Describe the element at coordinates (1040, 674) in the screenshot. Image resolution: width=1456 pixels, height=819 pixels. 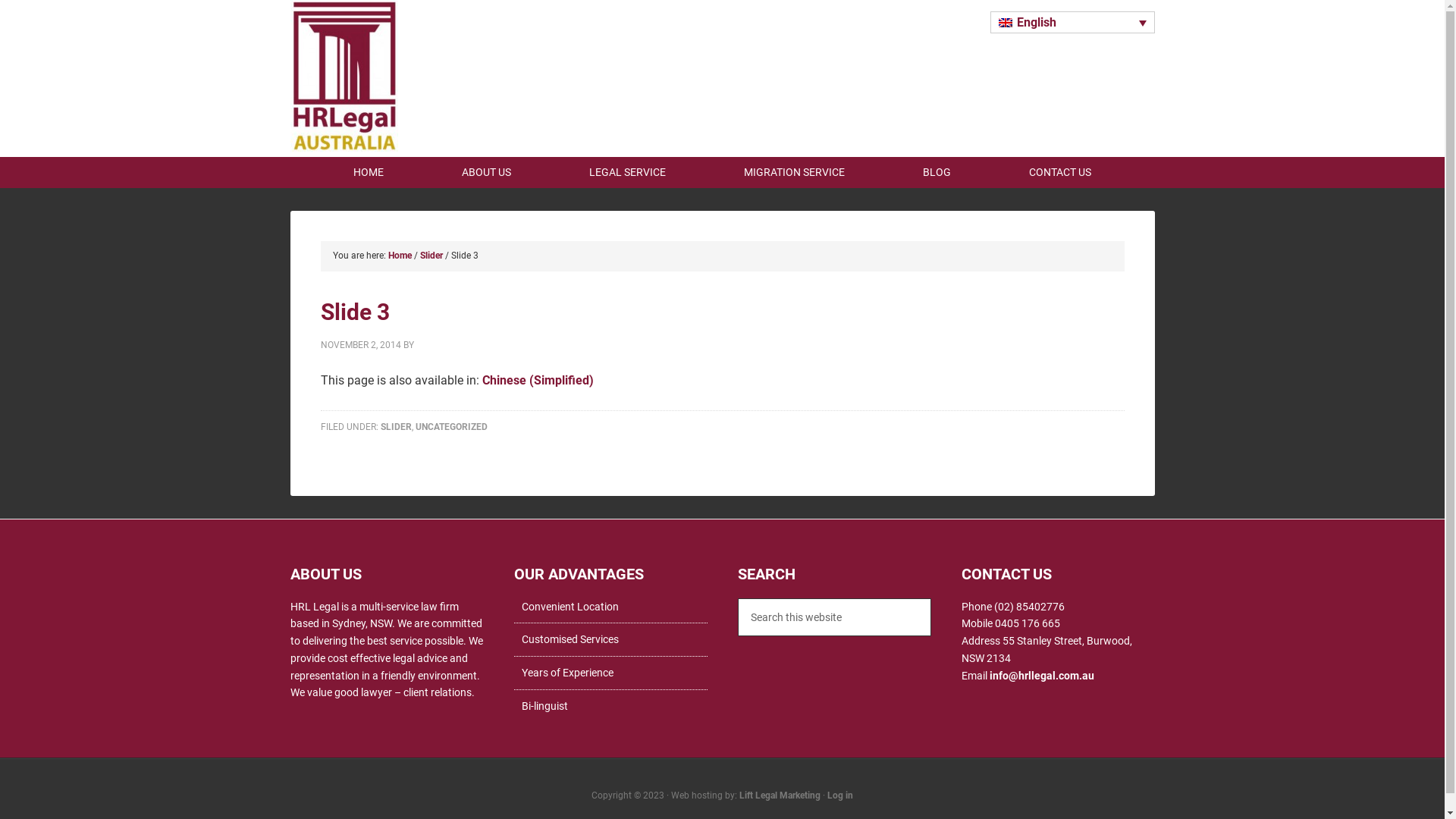
I see `' info@hrllegal.com.au'` at that location.